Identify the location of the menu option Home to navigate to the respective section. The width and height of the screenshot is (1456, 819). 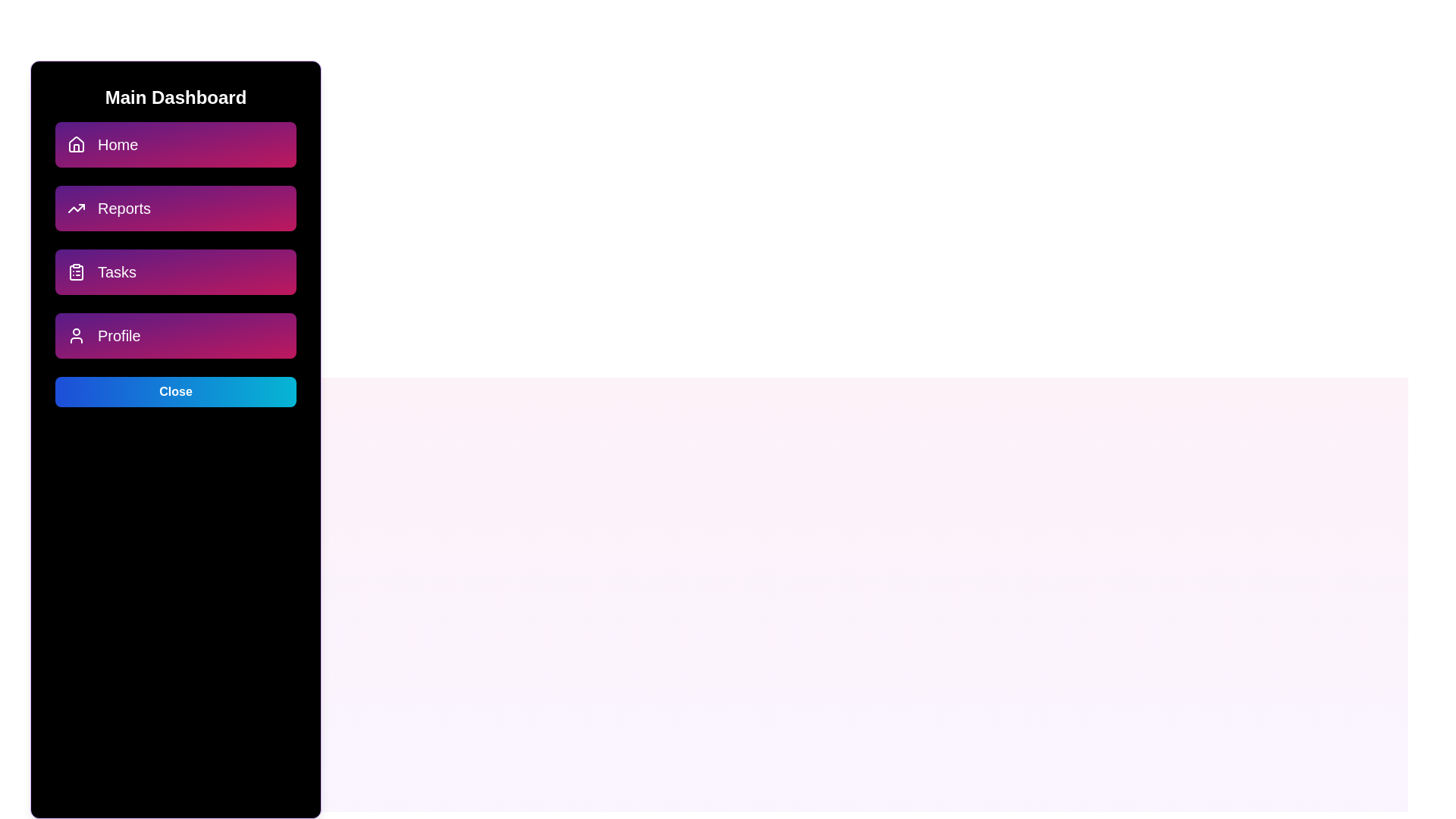
(175, 145).